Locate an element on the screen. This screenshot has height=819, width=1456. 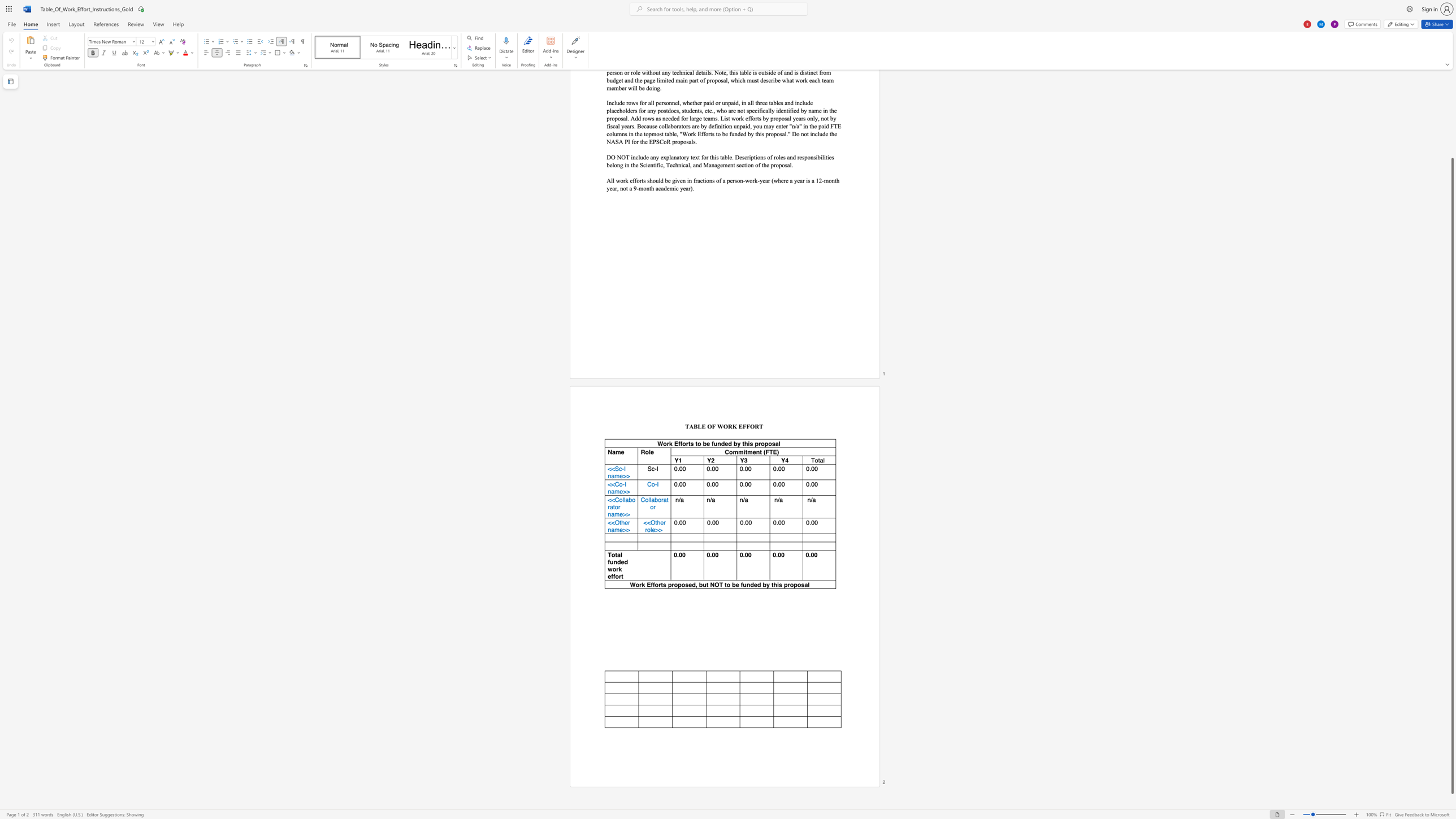
the scrollbar on the right side to scroll the page up is located at coordinates (1451, 98).